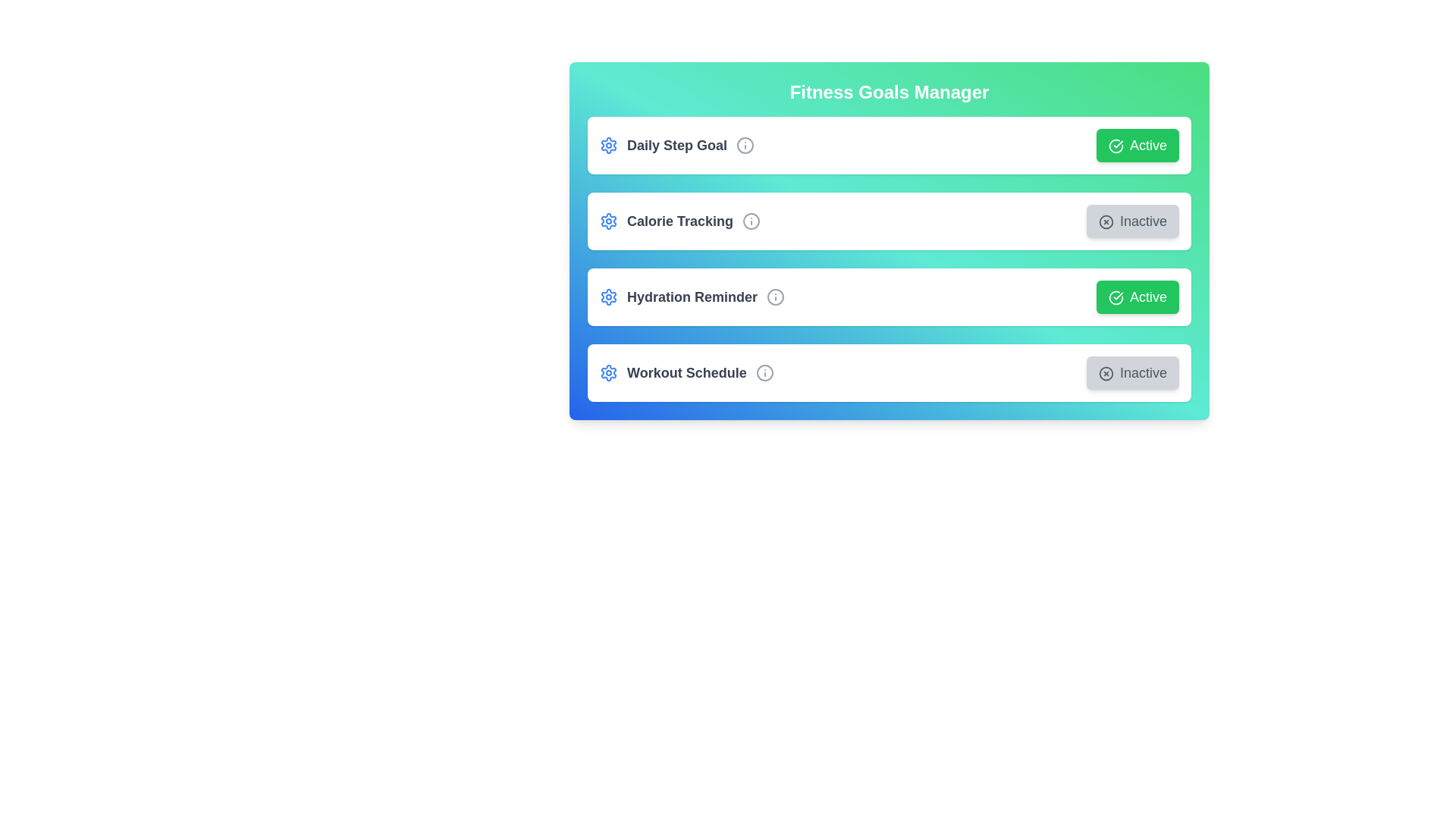 Image resolution: width=1456 pixels, height=819 pixels. Describe the element at coordinates (752, 221) in the screenshot. I see `the Info icon corresponding to the Calorie Tracking goal to view additional information` at that location.